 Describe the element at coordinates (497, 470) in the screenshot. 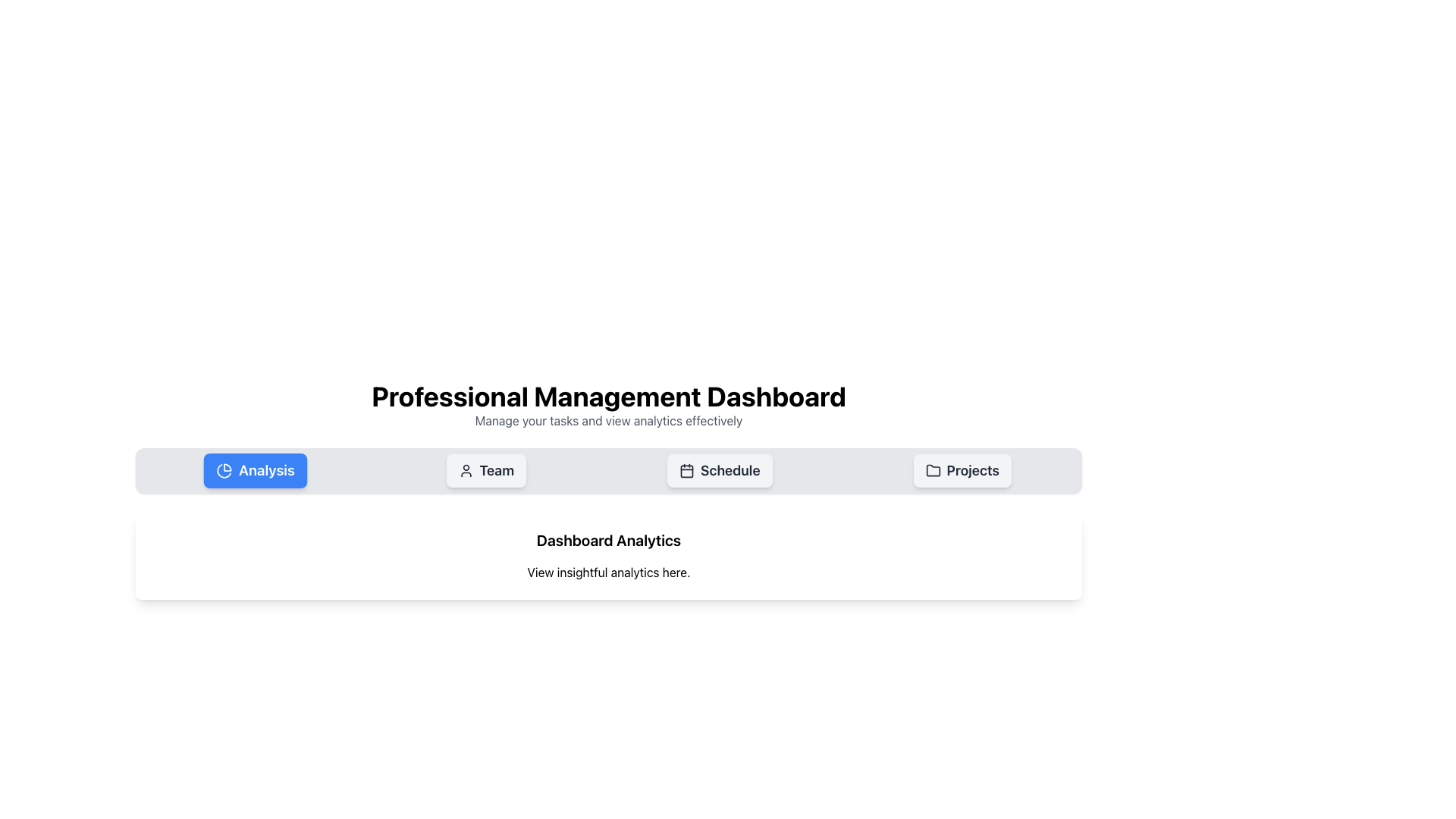

I see `the 'Team' text label within the 'Team' button, which is part of the navigation menu under the 'Professional Management Dashboard'` at that location.